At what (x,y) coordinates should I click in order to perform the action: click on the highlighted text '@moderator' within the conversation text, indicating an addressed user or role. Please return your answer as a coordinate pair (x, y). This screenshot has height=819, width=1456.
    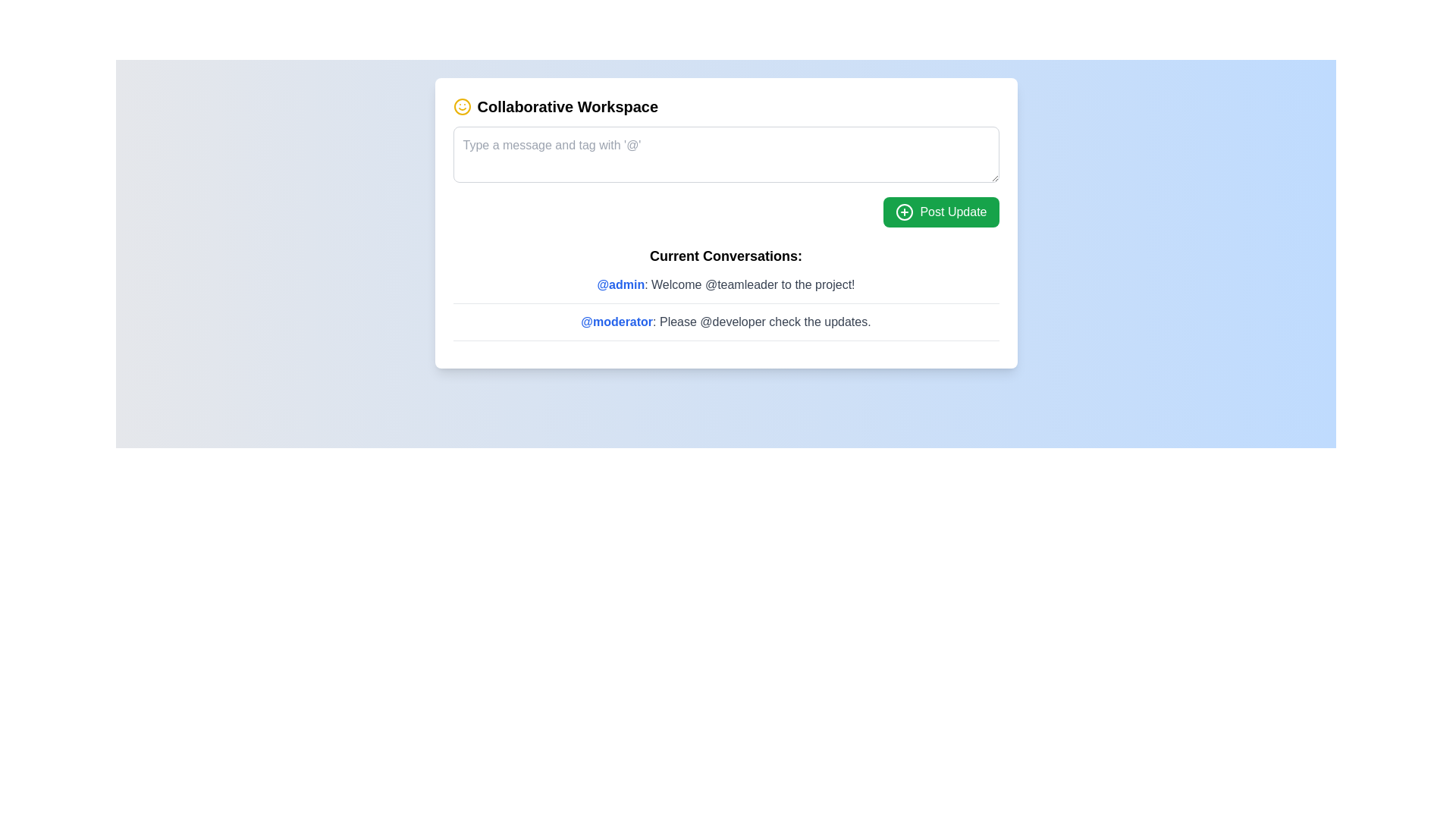
    Looking at the image, I should click on (617, 321).